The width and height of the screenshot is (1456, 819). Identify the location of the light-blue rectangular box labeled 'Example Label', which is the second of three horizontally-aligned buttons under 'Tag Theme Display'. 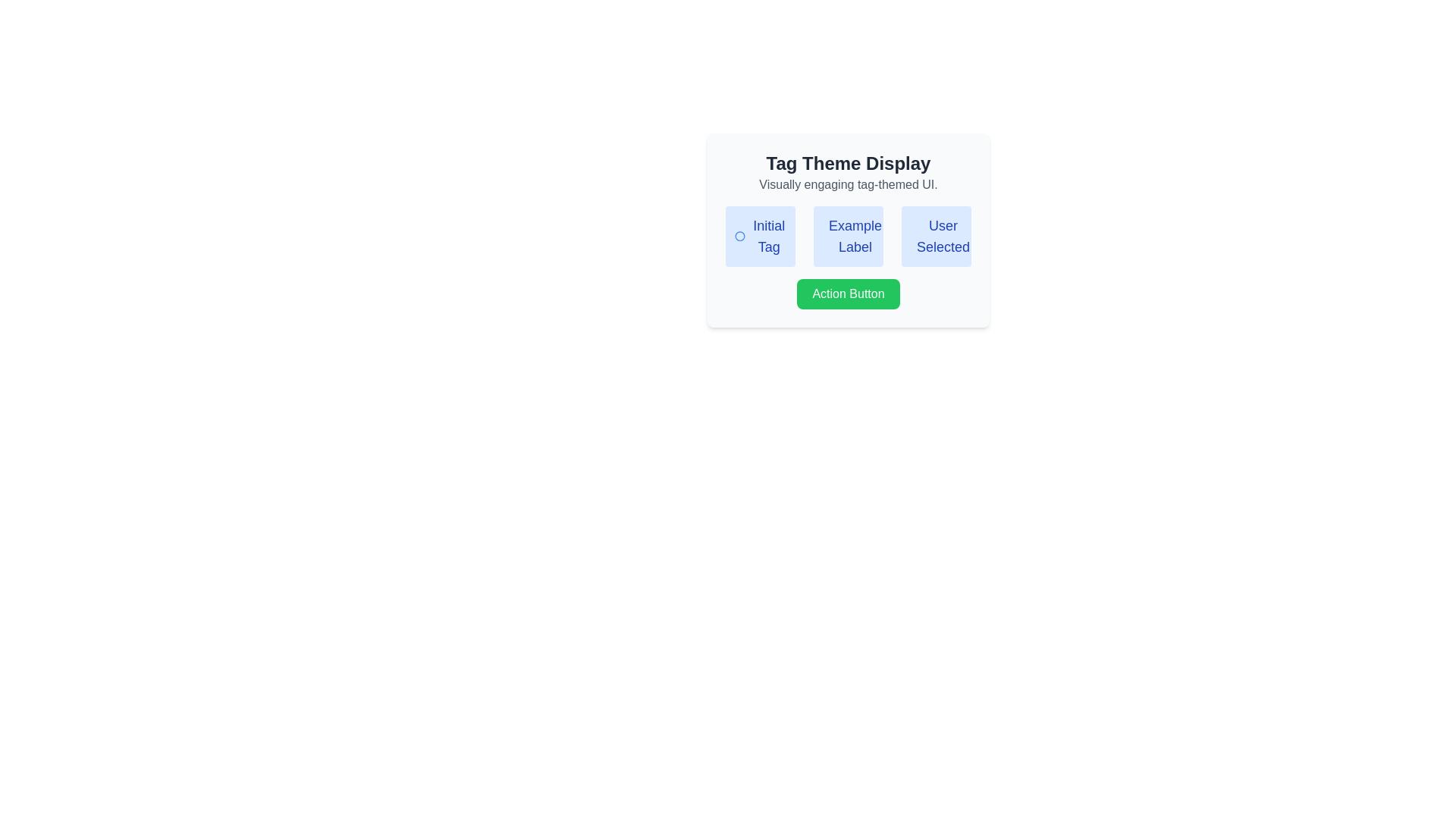
(847, 237).